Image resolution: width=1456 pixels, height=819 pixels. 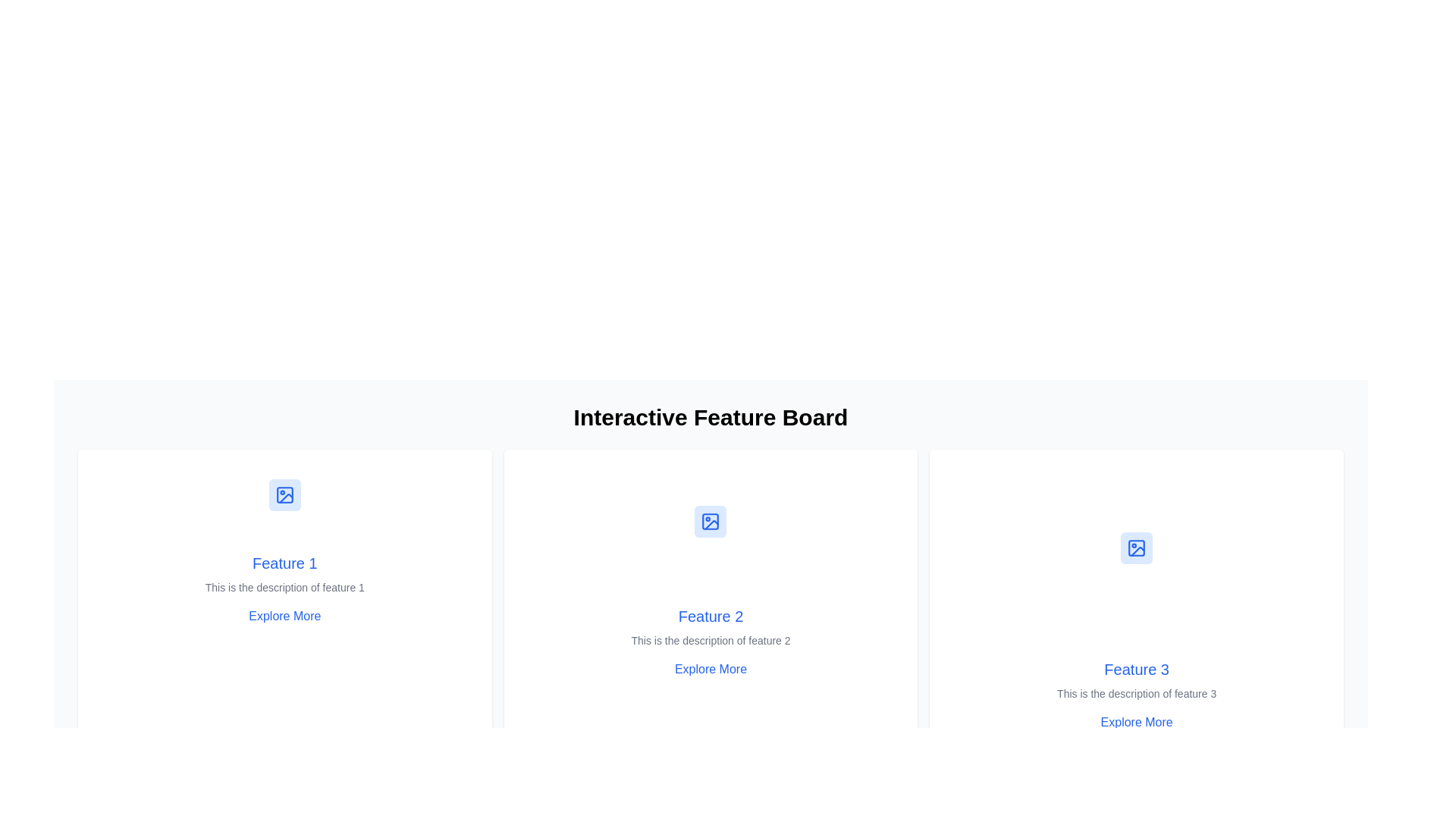 I want to click on the visual graphic icon, which is the leftmost element in a flexbox layout and the first icon in a row of three, so click(x=1137, y=548).